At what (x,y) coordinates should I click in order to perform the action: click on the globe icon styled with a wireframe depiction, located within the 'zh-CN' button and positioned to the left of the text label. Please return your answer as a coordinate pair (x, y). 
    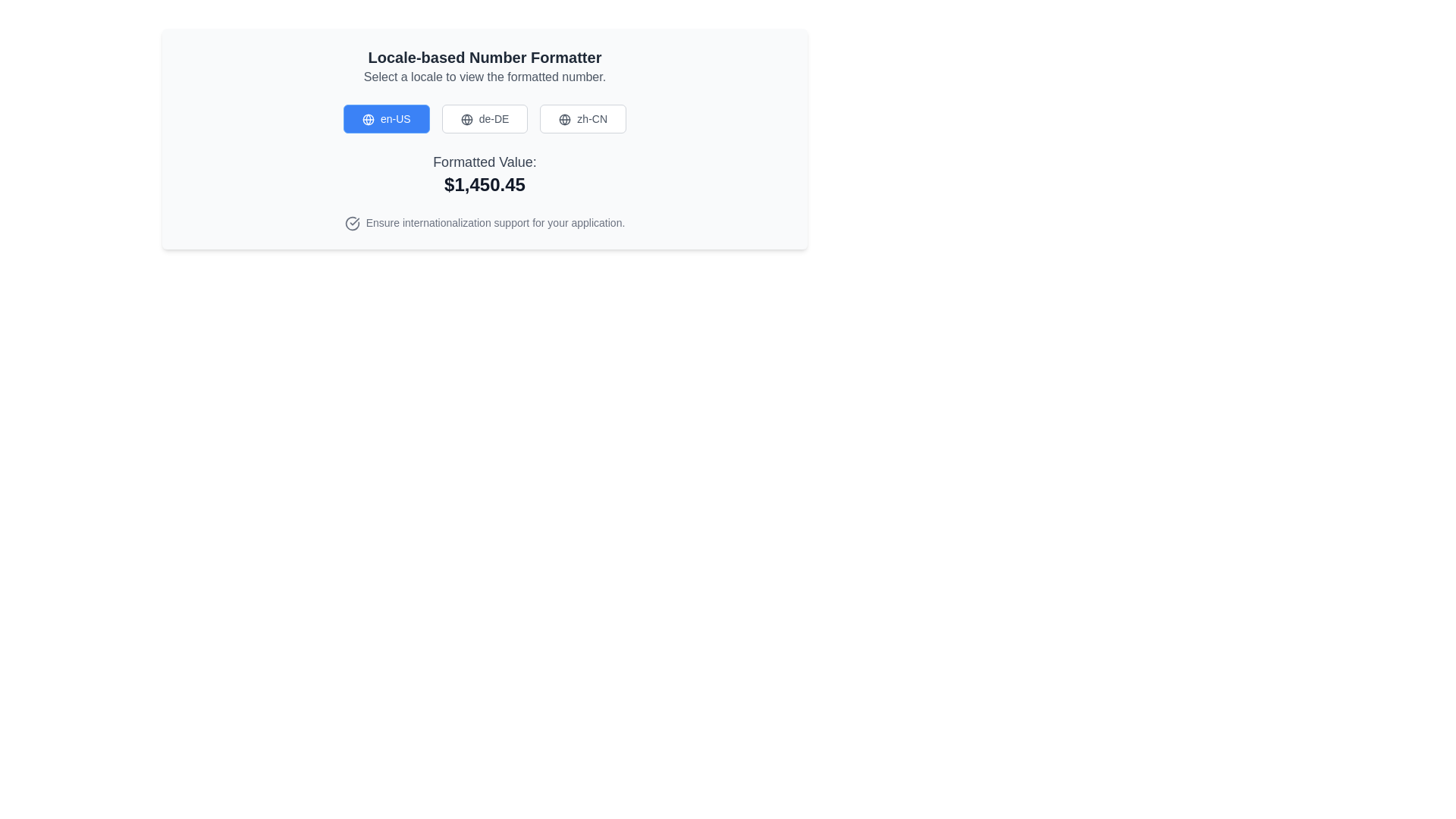
    Looking at the image, I should click on (564, 119).